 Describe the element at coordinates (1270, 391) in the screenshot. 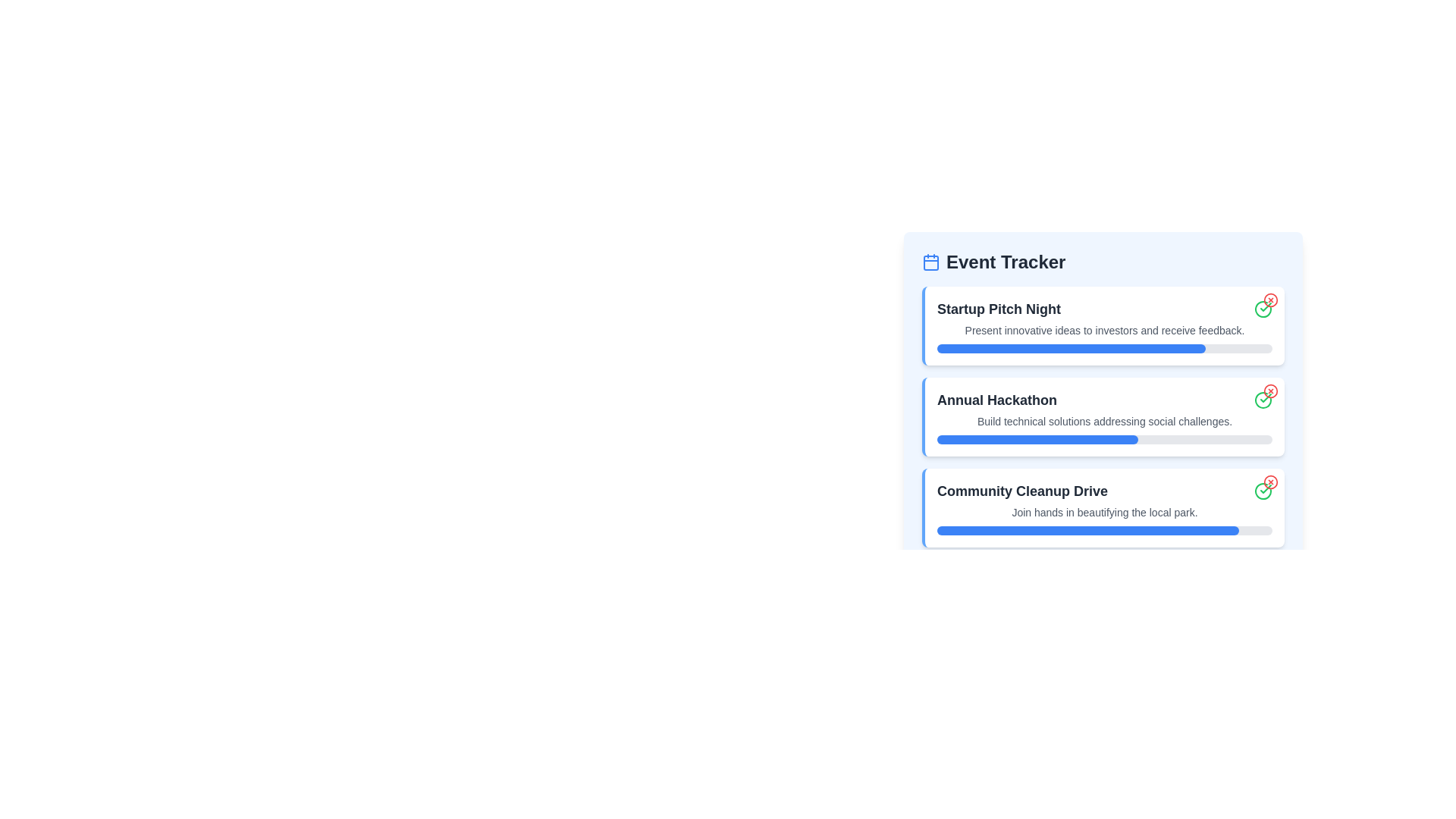

I see `the button located in the top-right corner of the 'Annual Hackathon' event card` at that location.